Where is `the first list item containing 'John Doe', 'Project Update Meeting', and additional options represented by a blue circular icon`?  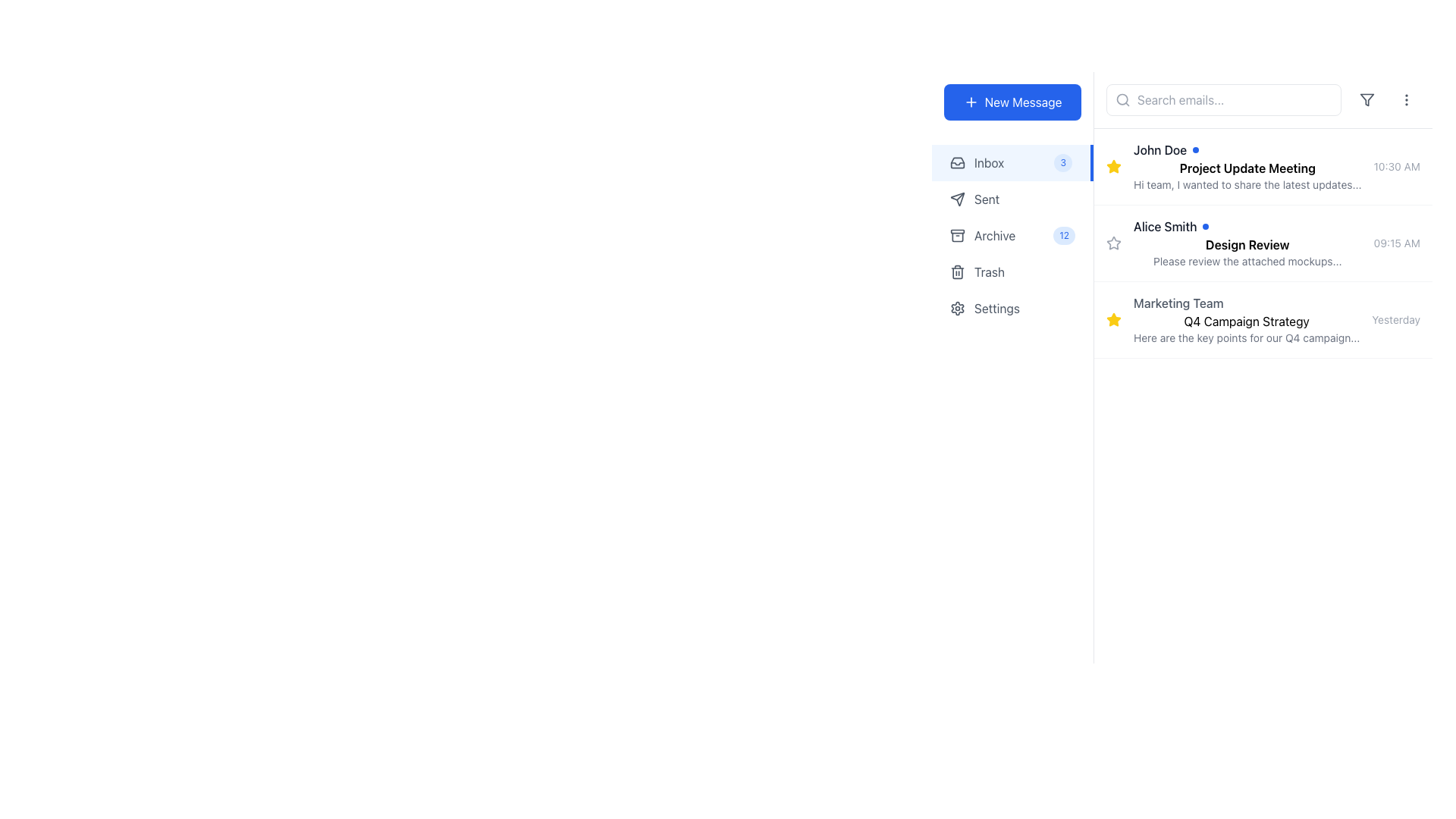
the first list item containing 'John Doe', 'Project Update Meeting', and additional options represented by a blue circular icon is located at coordinates (1247, 166).